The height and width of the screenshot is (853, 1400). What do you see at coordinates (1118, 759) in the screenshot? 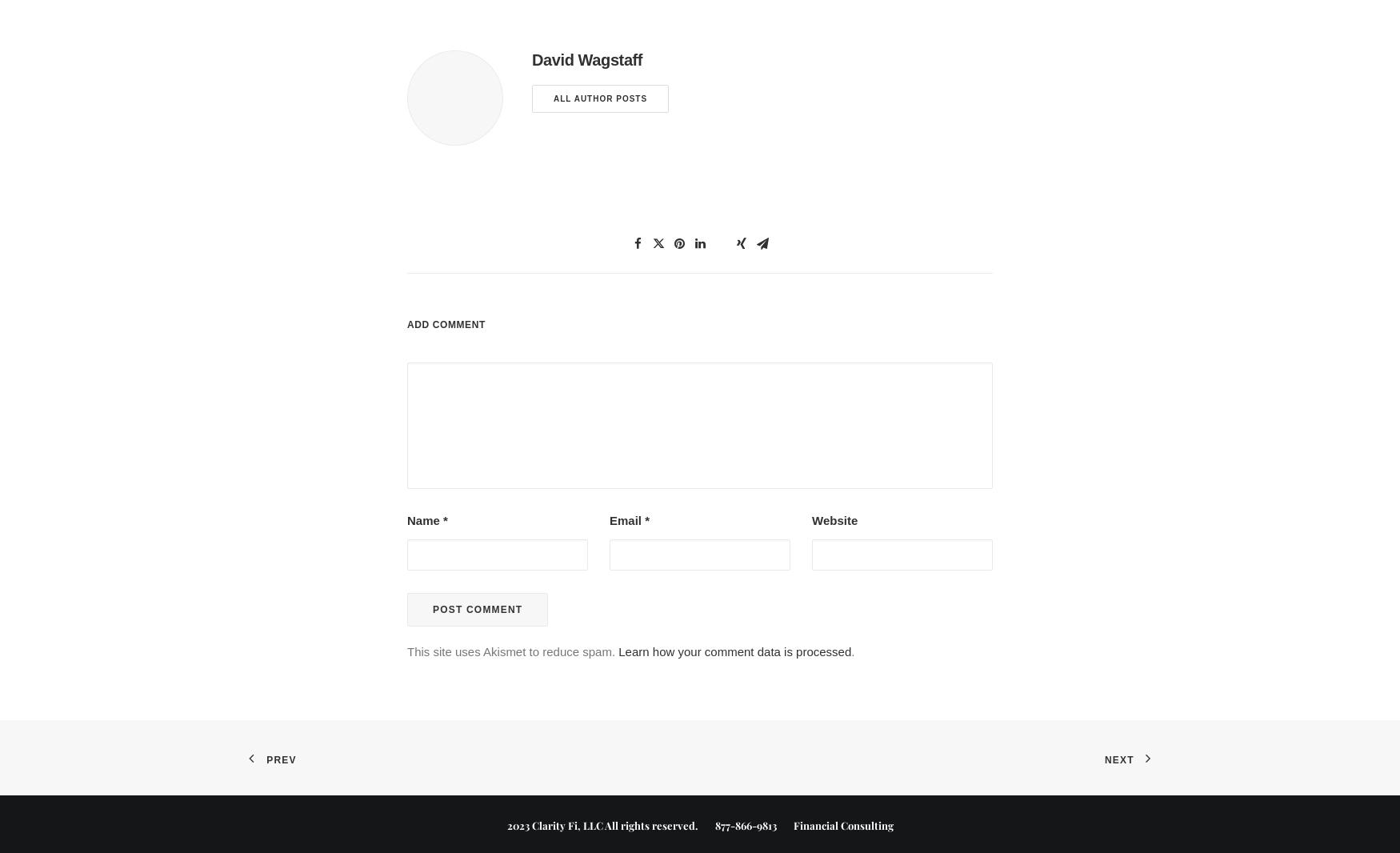
I see `'Next'` at bounding box center [1118, 759].